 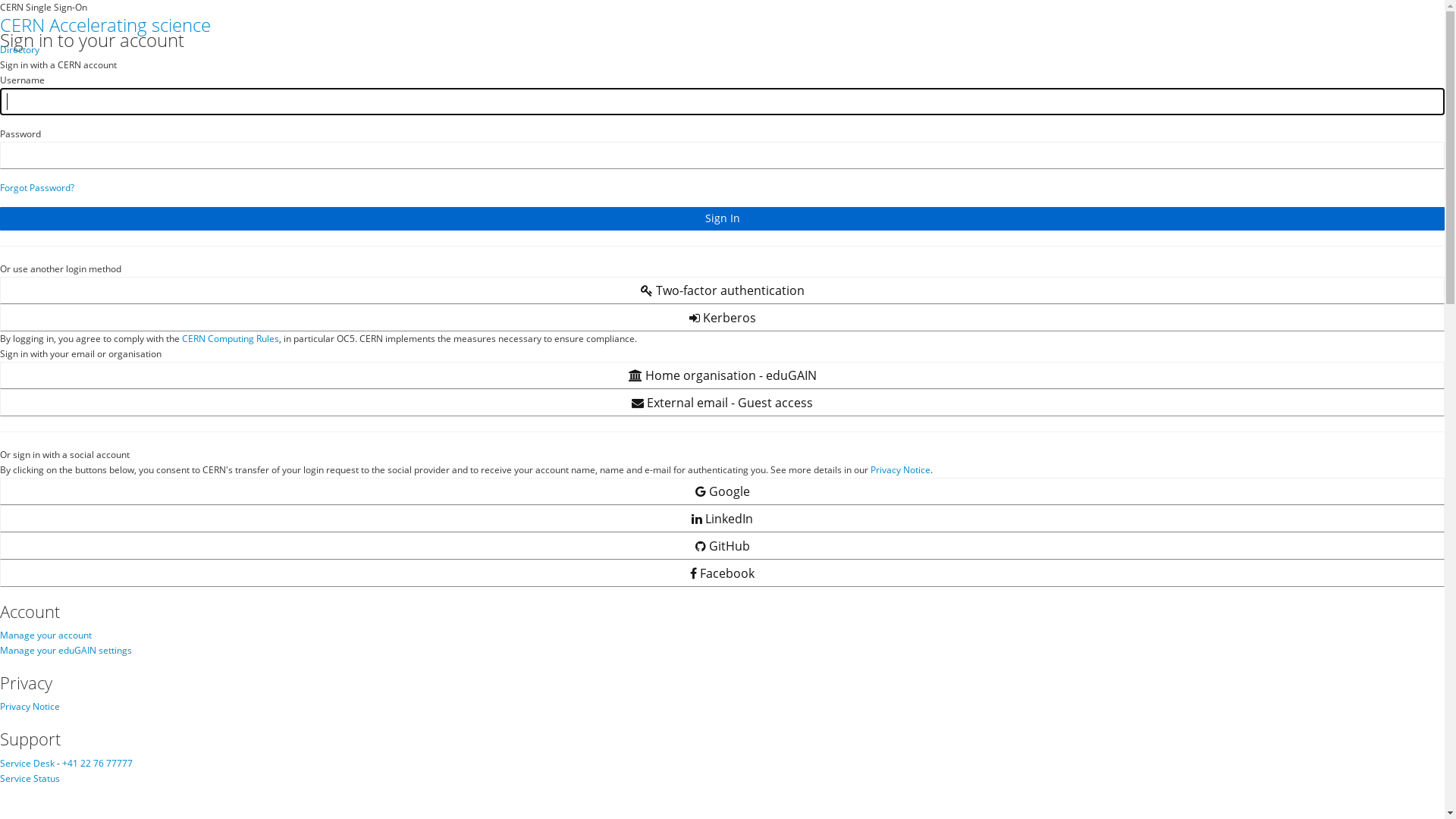 I want to click on 'Manage your account', so click(x=45, y=635).